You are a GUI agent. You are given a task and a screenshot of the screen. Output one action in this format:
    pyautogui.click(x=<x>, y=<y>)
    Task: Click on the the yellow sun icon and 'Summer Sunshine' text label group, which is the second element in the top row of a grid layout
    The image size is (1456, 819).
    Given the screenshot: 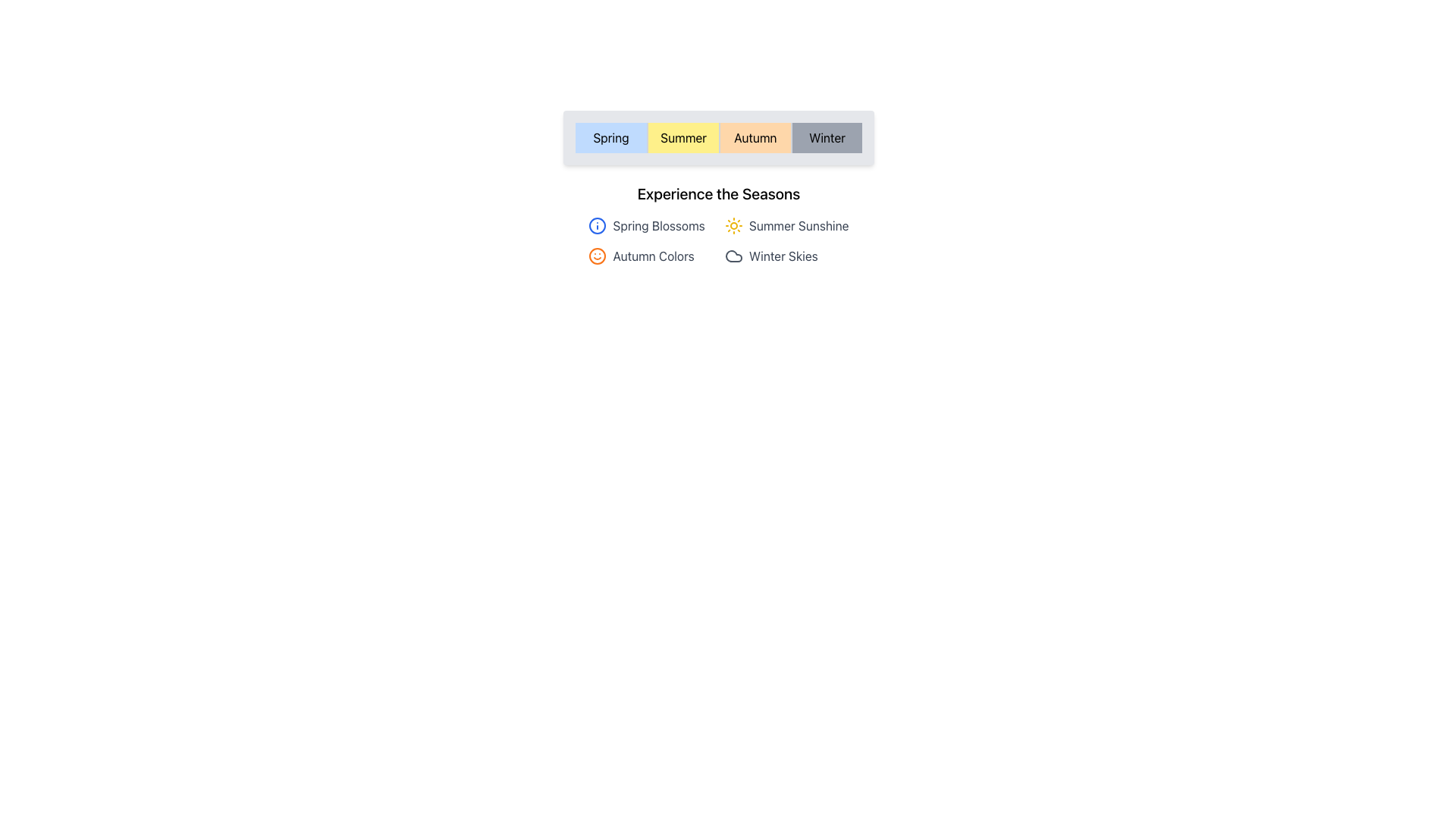 What is the action you would take?
    pyautogui.click(x=786, y=225)
    